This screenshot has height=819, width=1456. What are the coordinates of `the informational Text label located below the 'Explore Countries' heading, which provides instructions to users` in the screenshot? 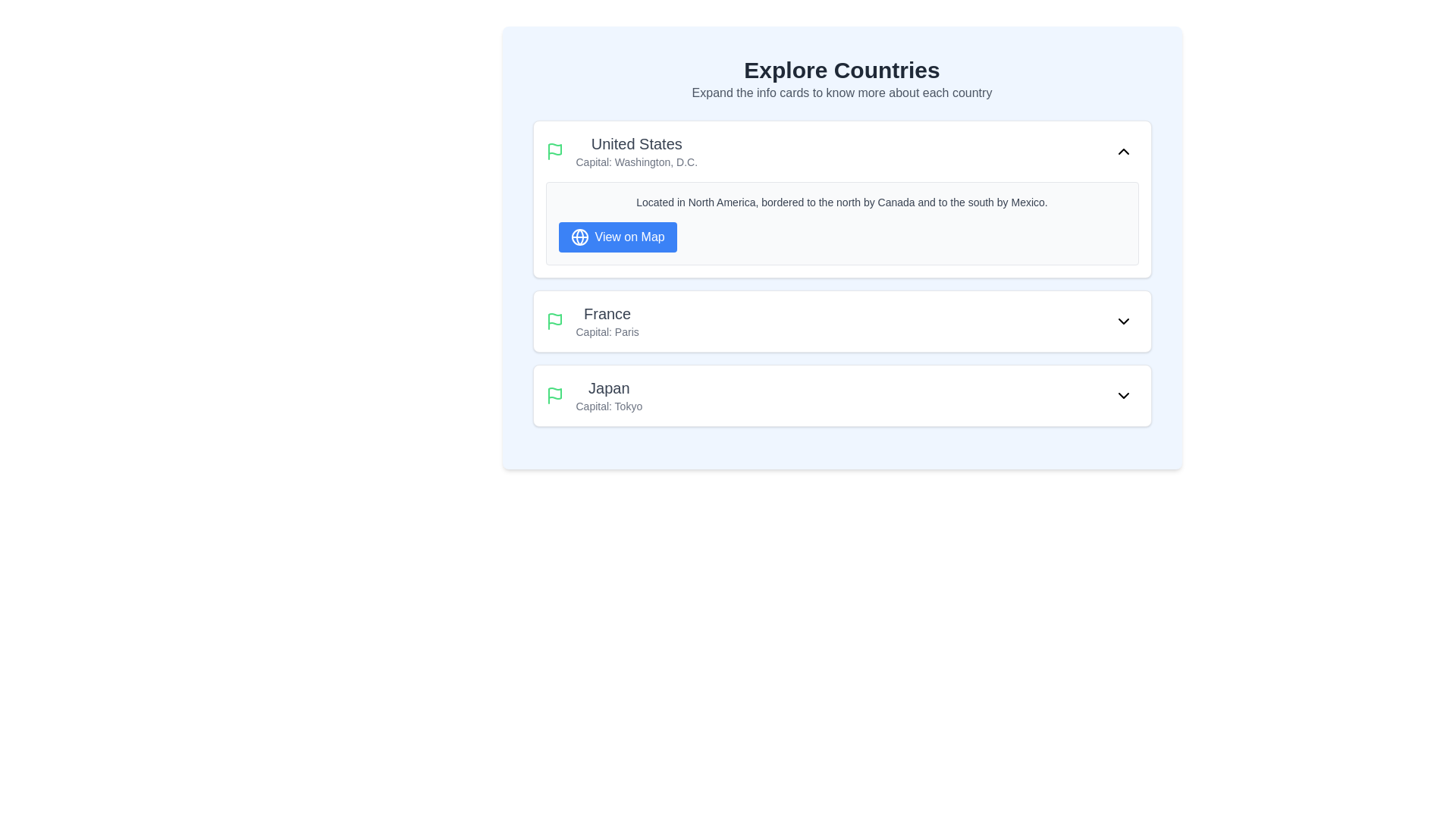 It's located at (841, 93).